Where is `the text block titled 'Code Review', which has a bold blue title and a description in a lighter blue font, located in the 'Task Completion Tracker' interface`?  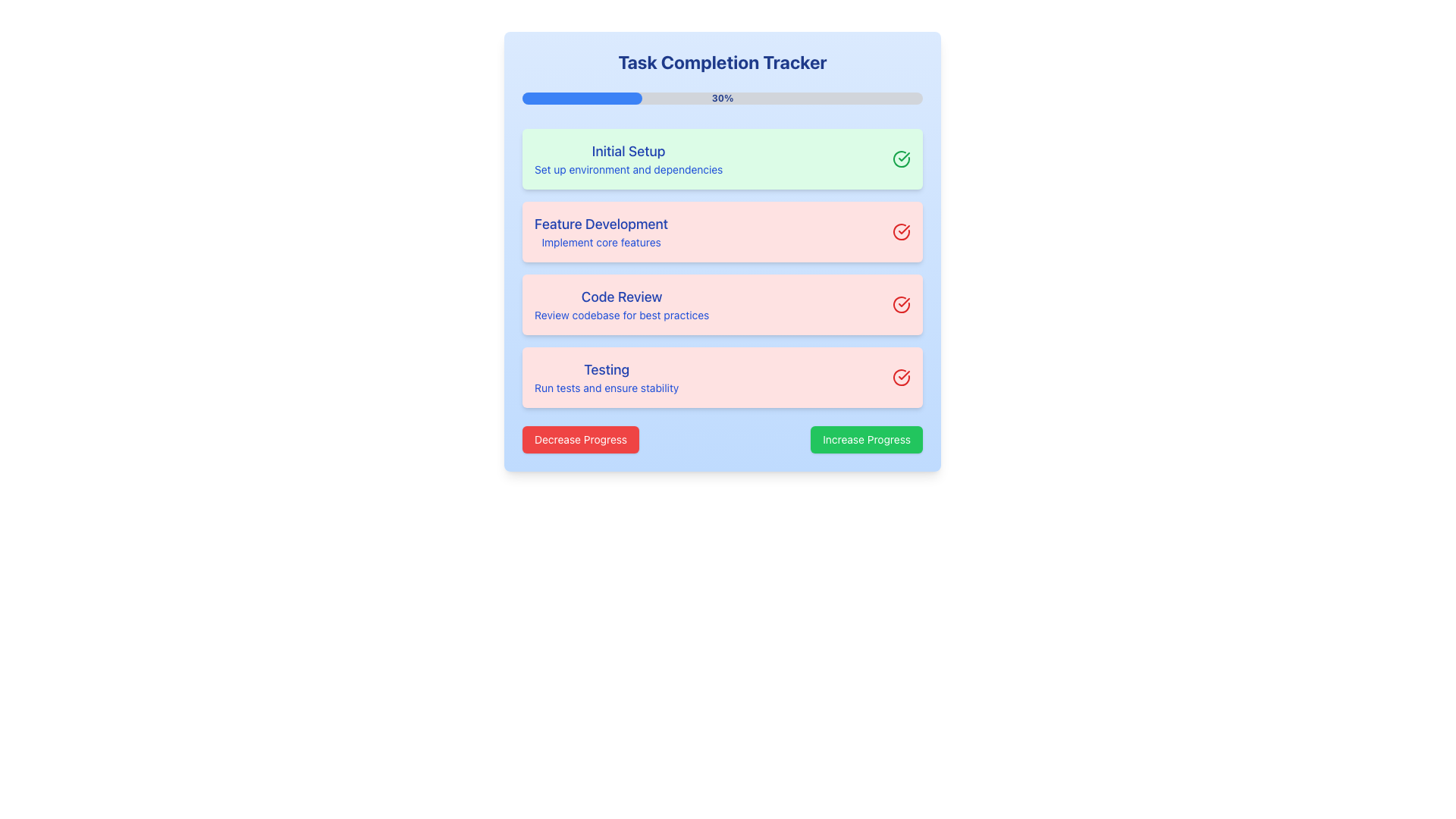
the text block titled 'Code Review', which has a bold blue title and a description in a lighter blue font, located in the 'Task Completion Tracker' interface is located at coordinates (622, 304).